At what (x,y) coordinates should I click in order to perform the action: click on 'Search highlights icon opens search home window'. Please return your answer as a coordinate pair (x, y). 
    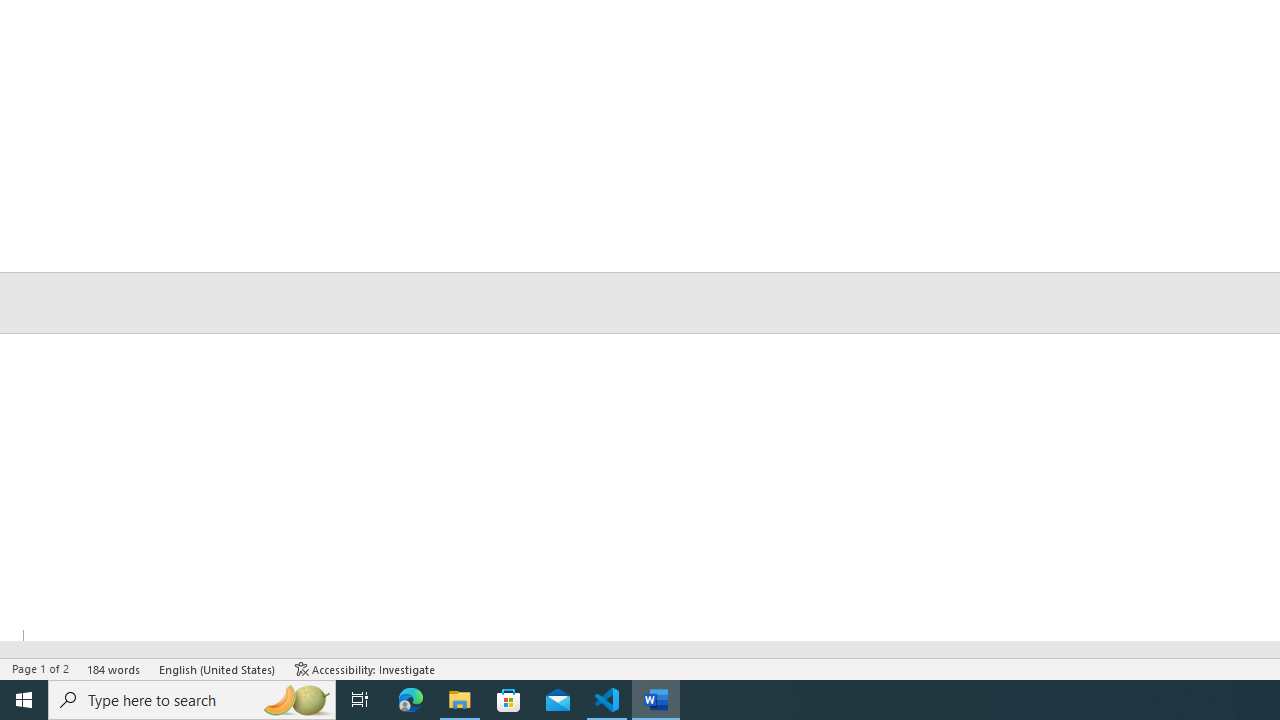
    Looking at the image, I should click on (294, 698).